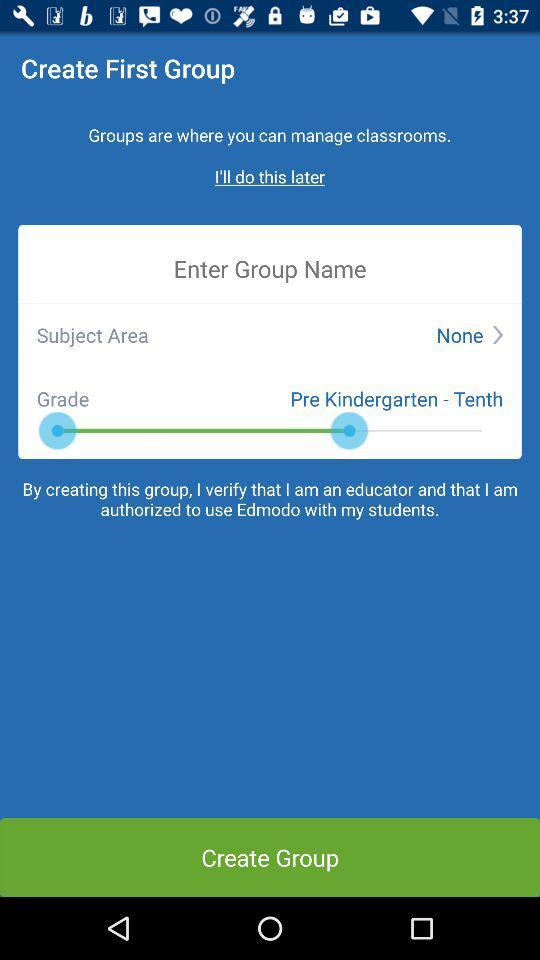 This screenshot has height=960, width=540. What do you see at coordinates (270, 175) in the screenshot?
I see `i ll do item` at bounding box center [270, 175].